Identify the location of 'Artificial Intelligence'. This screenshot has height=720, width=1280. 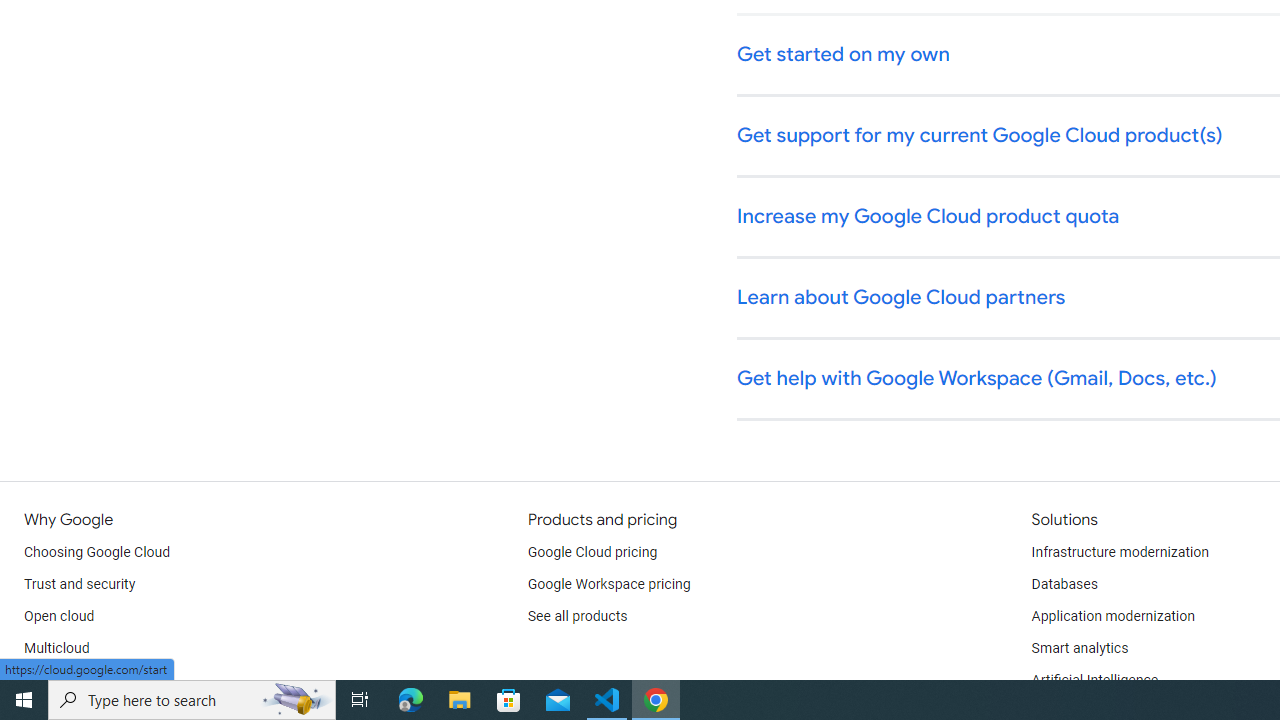
(1093, 680).